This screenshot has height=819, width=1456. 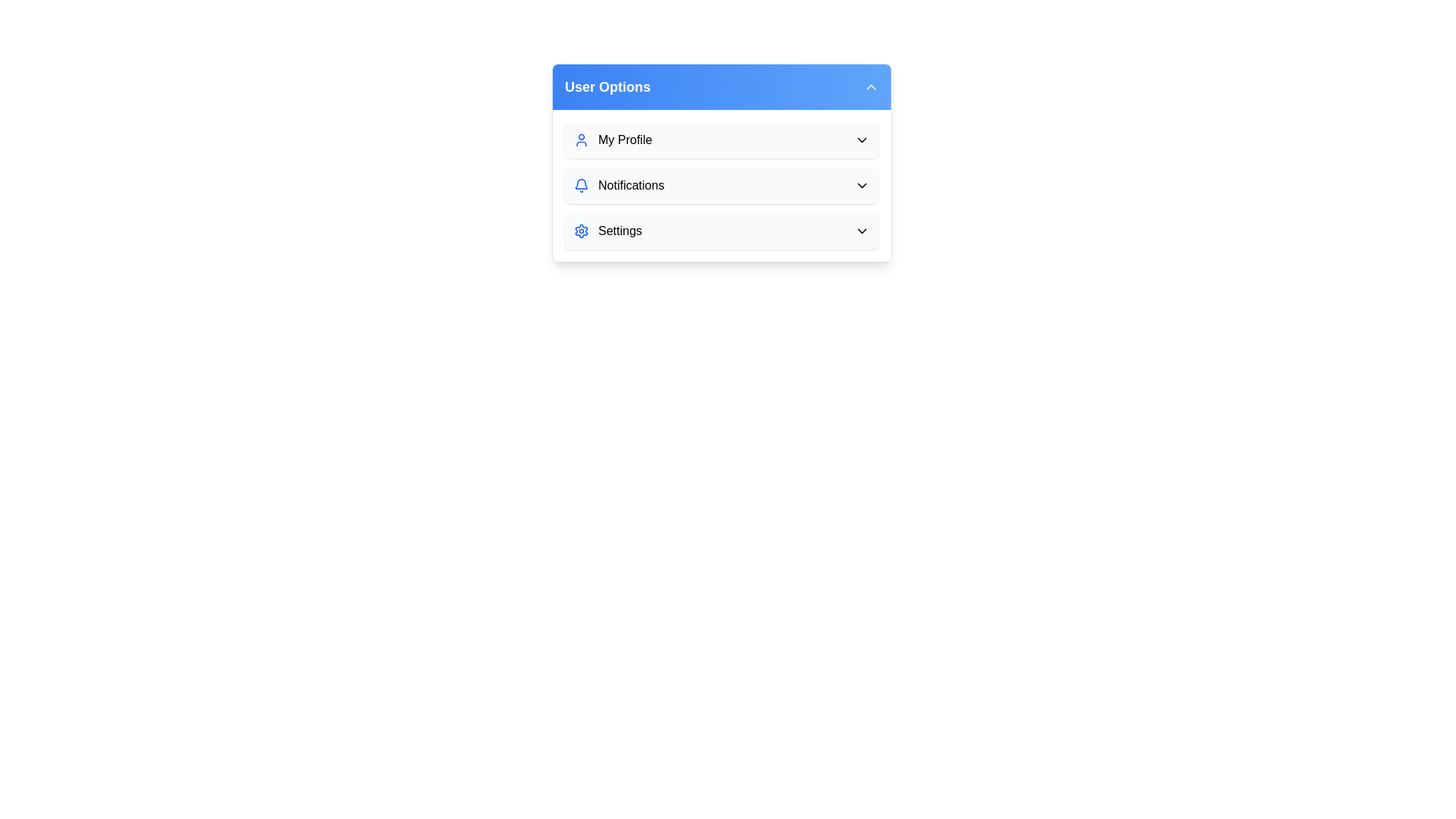 I want to click on the text label that serves as a title for the dropdown menu of user-related options, located at the top-left corner of a blue gradient bar, so click(x=607, y=87).